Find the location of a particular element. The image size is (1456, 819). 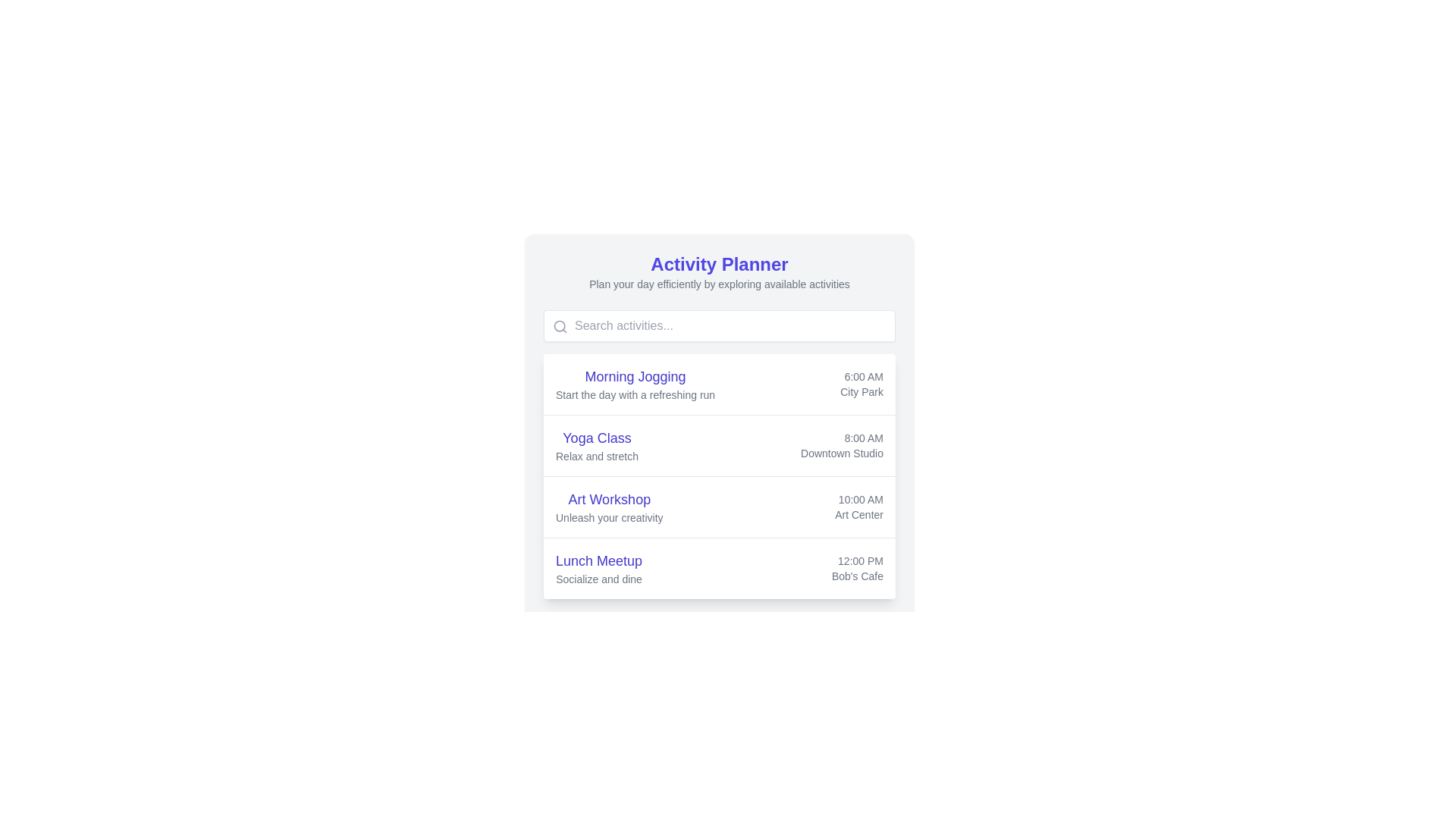

the Event information card located at the bottom of the event list, specifically the fourth item beneath the 'Art Workshop' is located at coordinates (719, 568).